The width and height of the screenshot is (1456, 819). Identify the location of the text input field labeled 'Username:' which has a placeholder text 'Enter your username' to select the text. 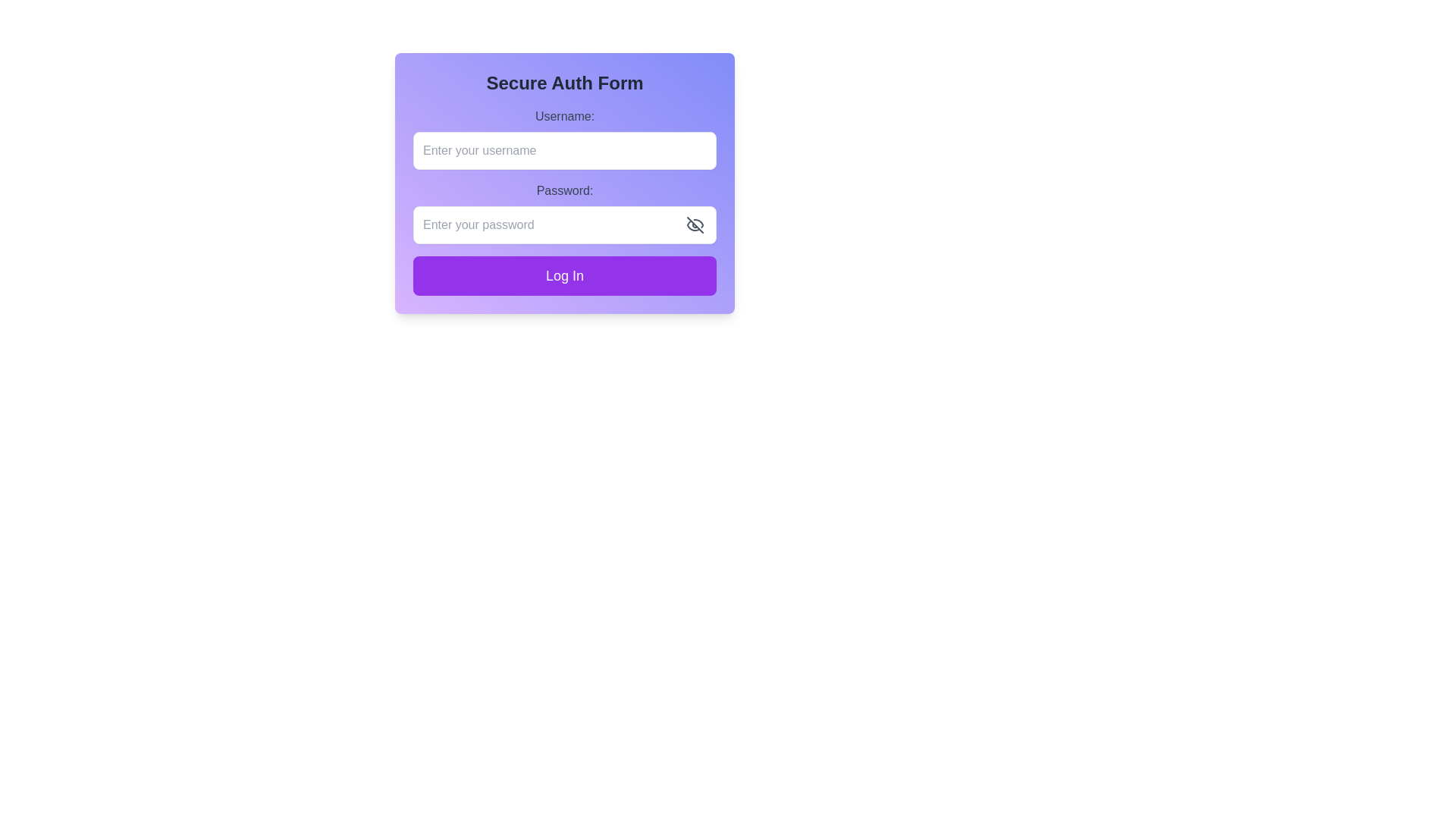
(563, 138).